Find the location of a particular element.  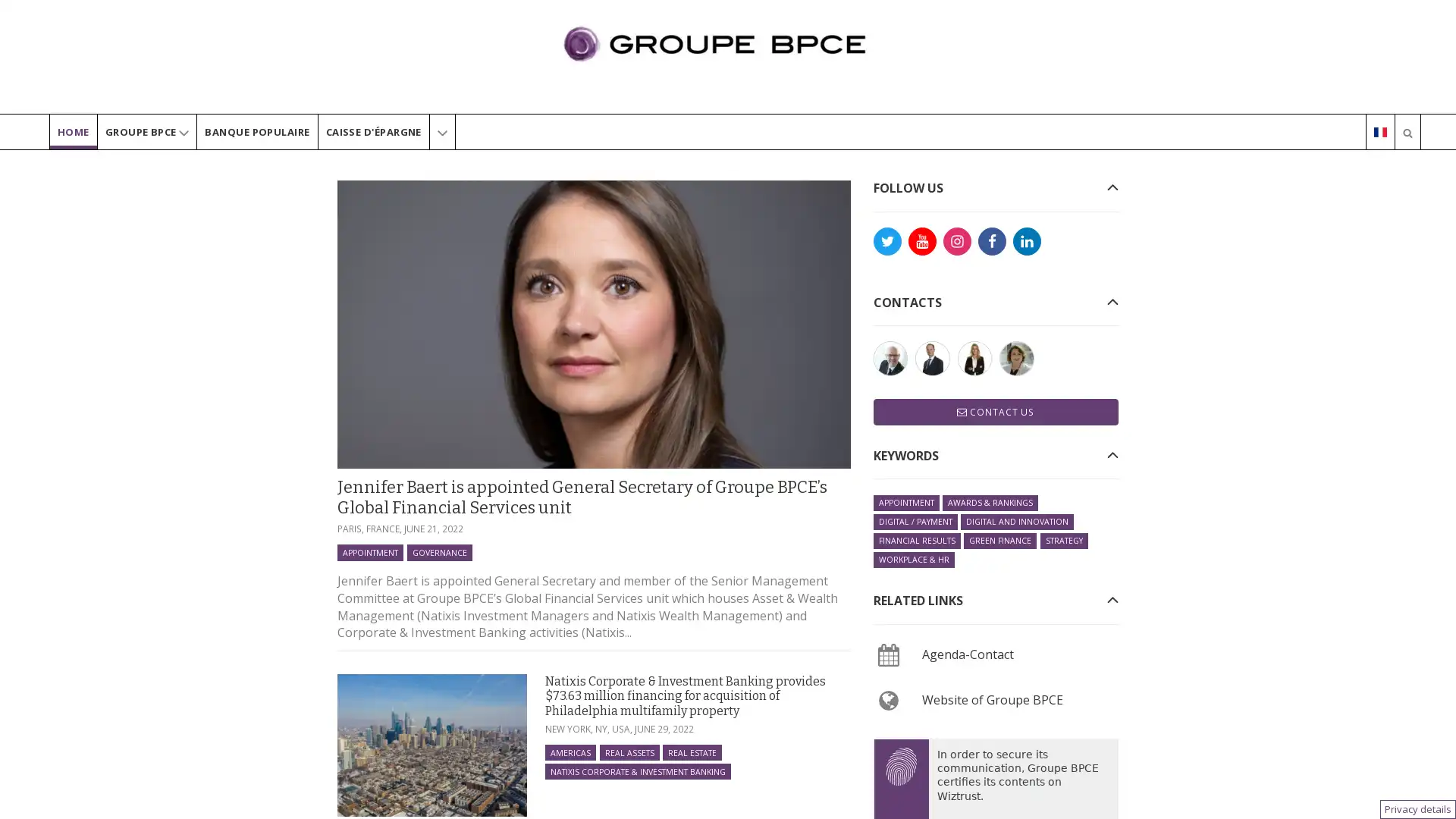

KEYWORDS is located at coordinates (905, 454).